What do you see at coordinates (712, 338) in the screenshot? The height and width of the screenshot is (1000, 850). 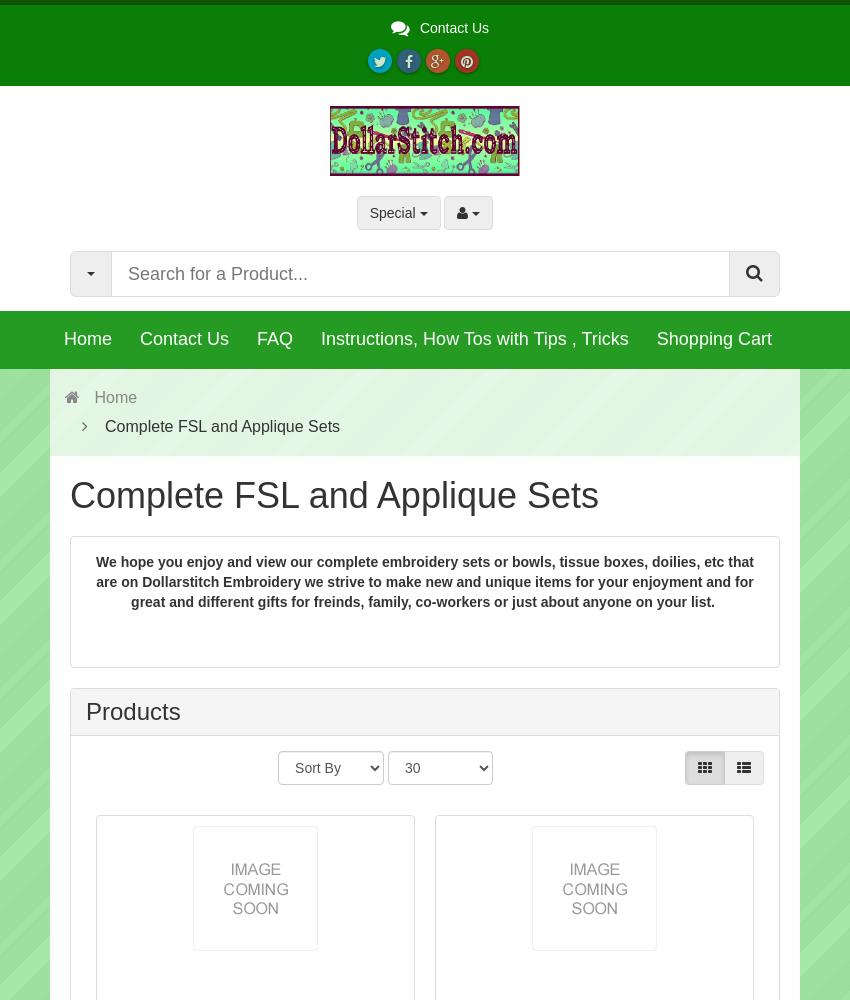 I see `'Shopping Cart'` at bounding box center [712, 338].